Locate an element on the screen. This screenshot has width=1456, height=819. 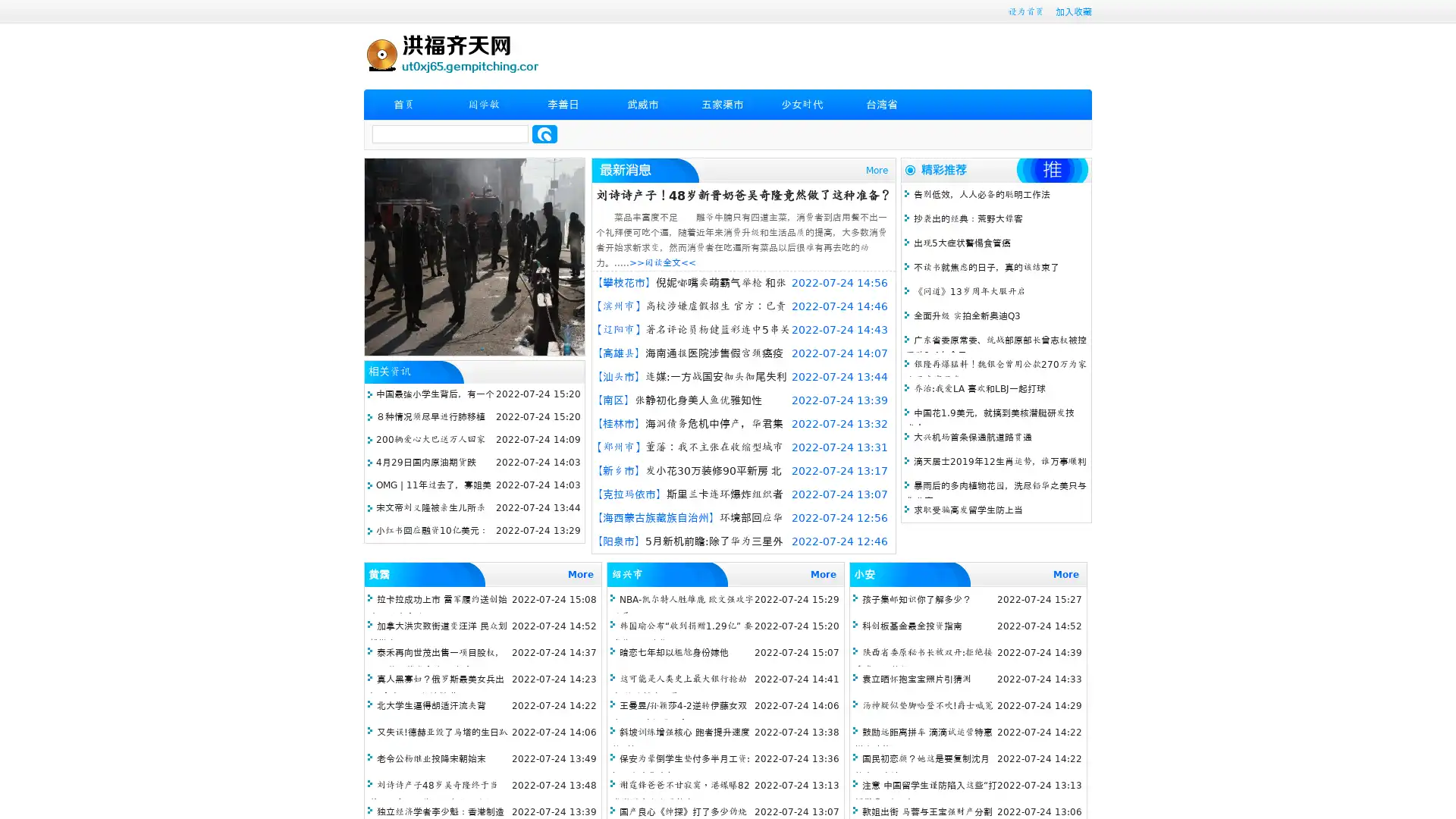
Search is located at coordinates (544, 133).